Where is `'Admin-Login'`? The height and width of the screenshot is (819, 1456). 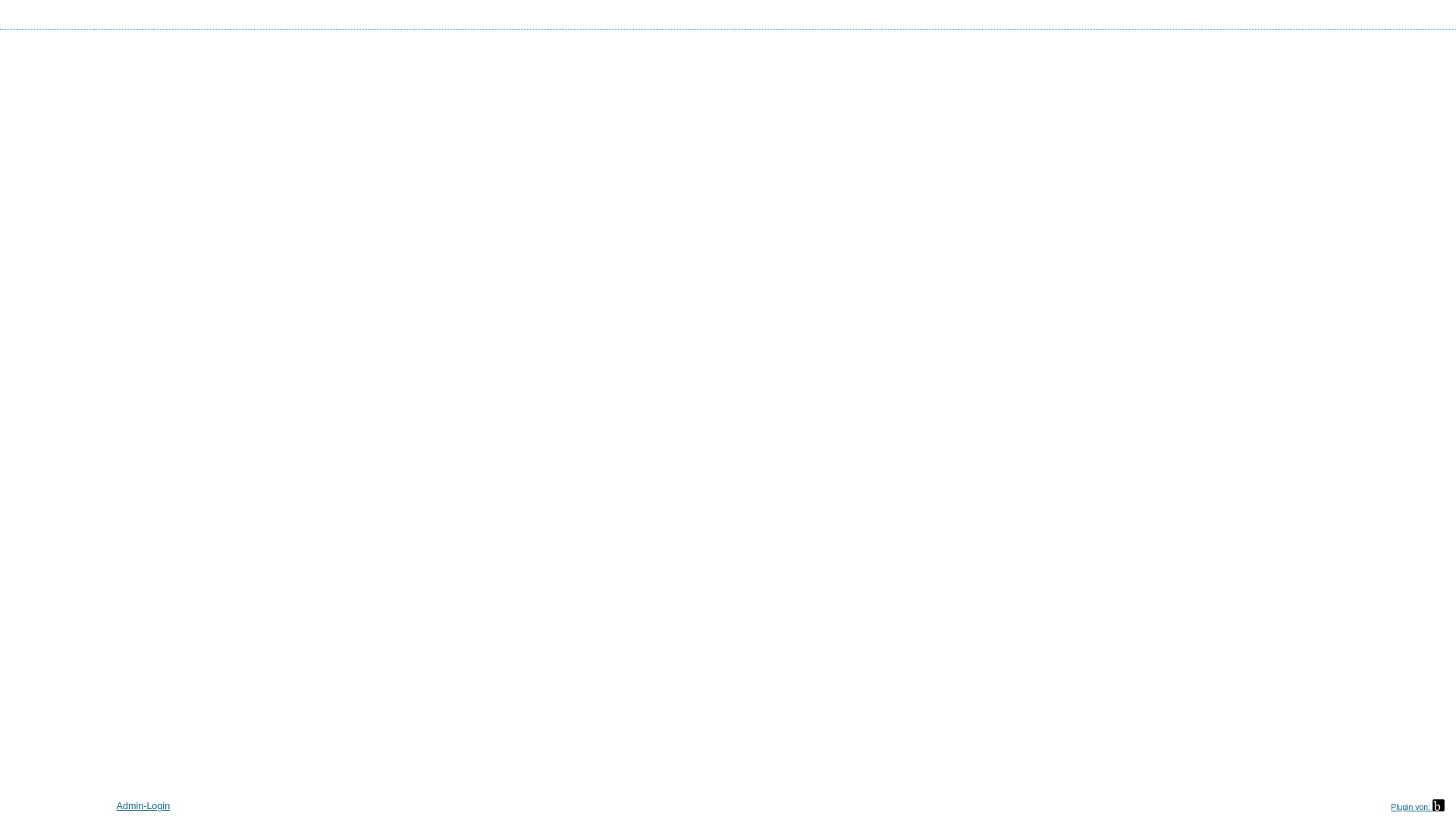
'Admin-Login' is located at coordinates (143, 805).